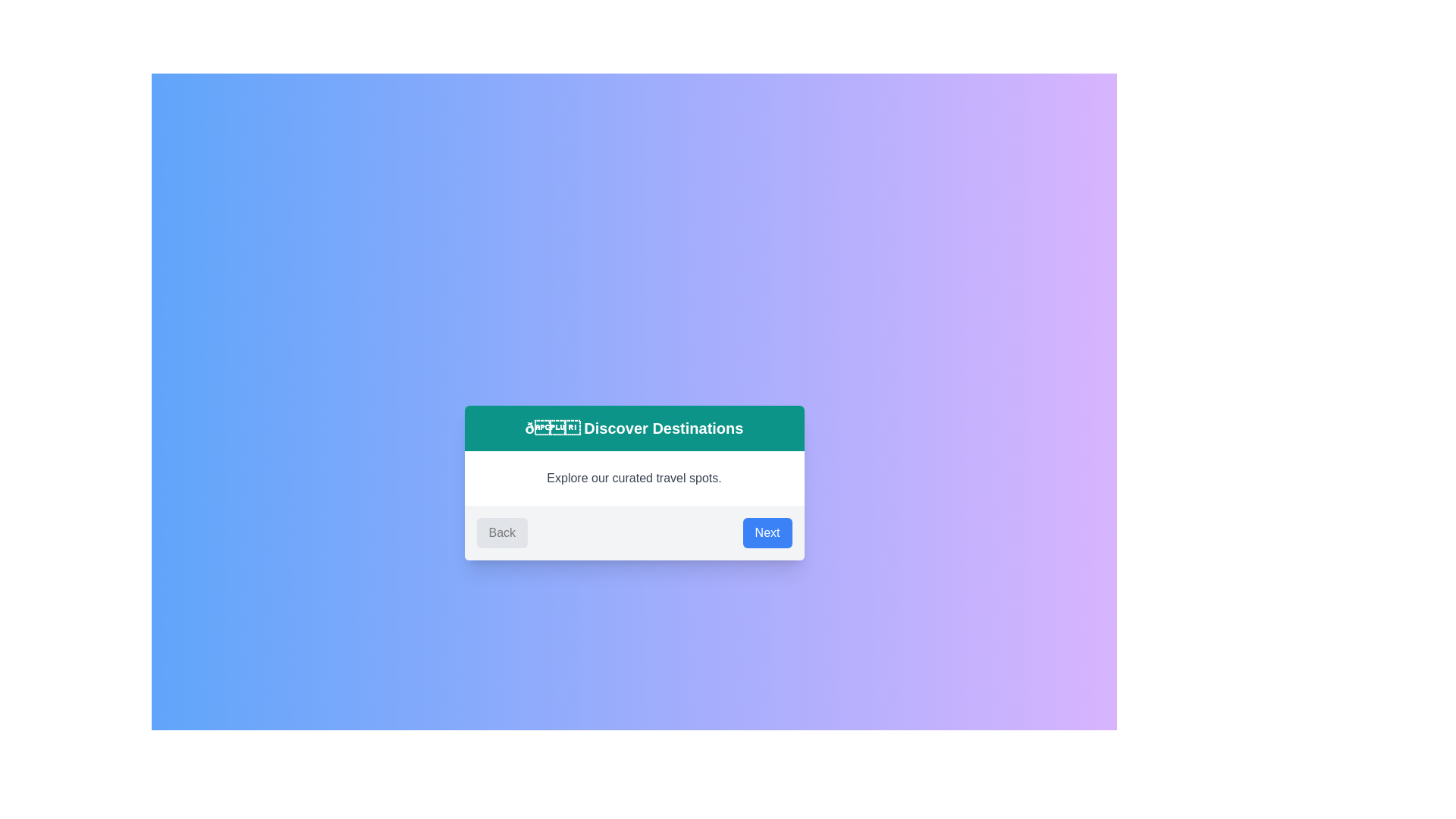  Describe the element at coordinates (634, 479) in the screenshot. I see `the text element displaying 'Explore our curated travel spots.' which is centrally aligned, in medium-gray color, located within a card component below the title 'Discover Destinations'` at that location.